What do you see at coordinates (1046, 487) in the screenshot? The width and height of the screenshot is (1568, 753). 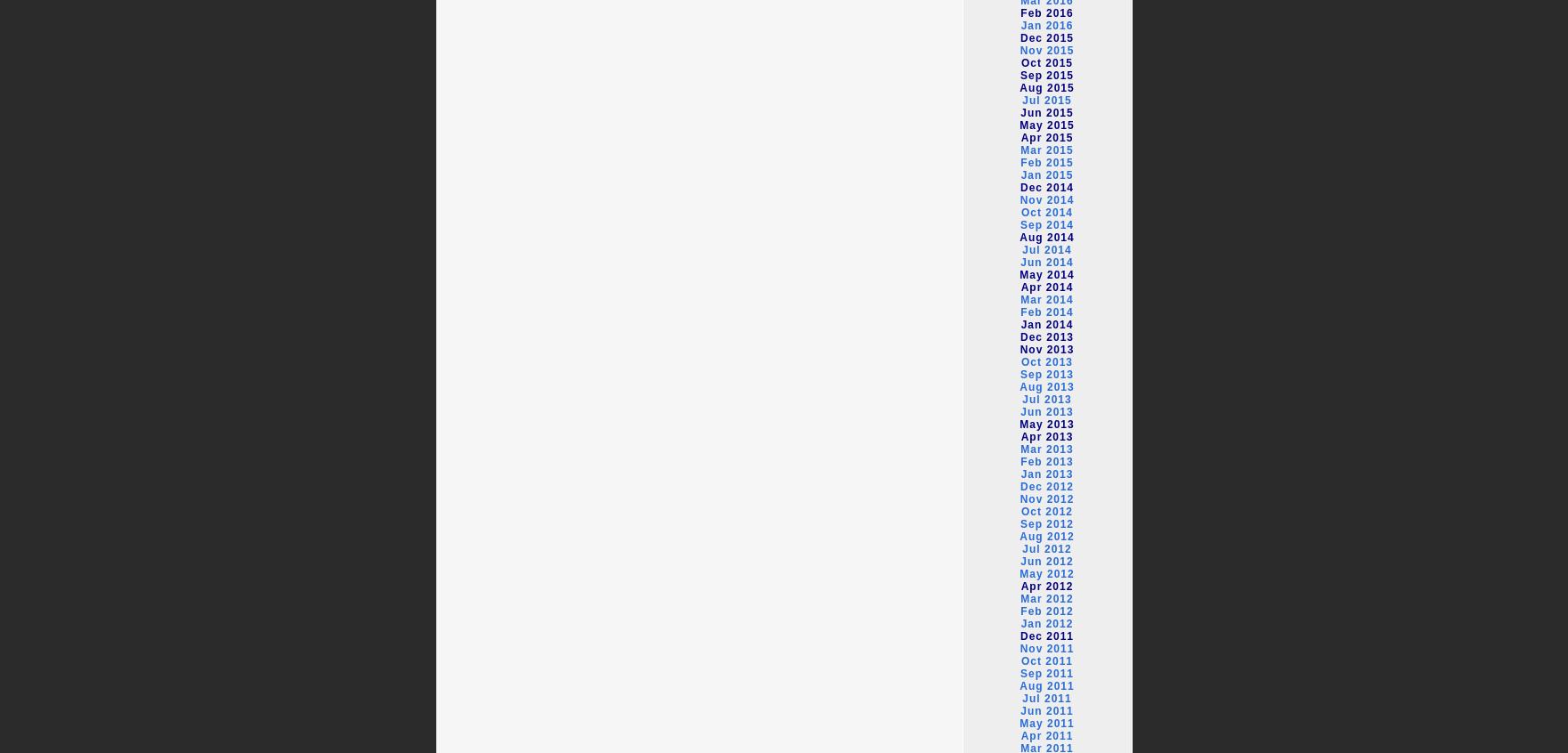 I see `'Dec 2012'` at bounding box center [1046, 487].